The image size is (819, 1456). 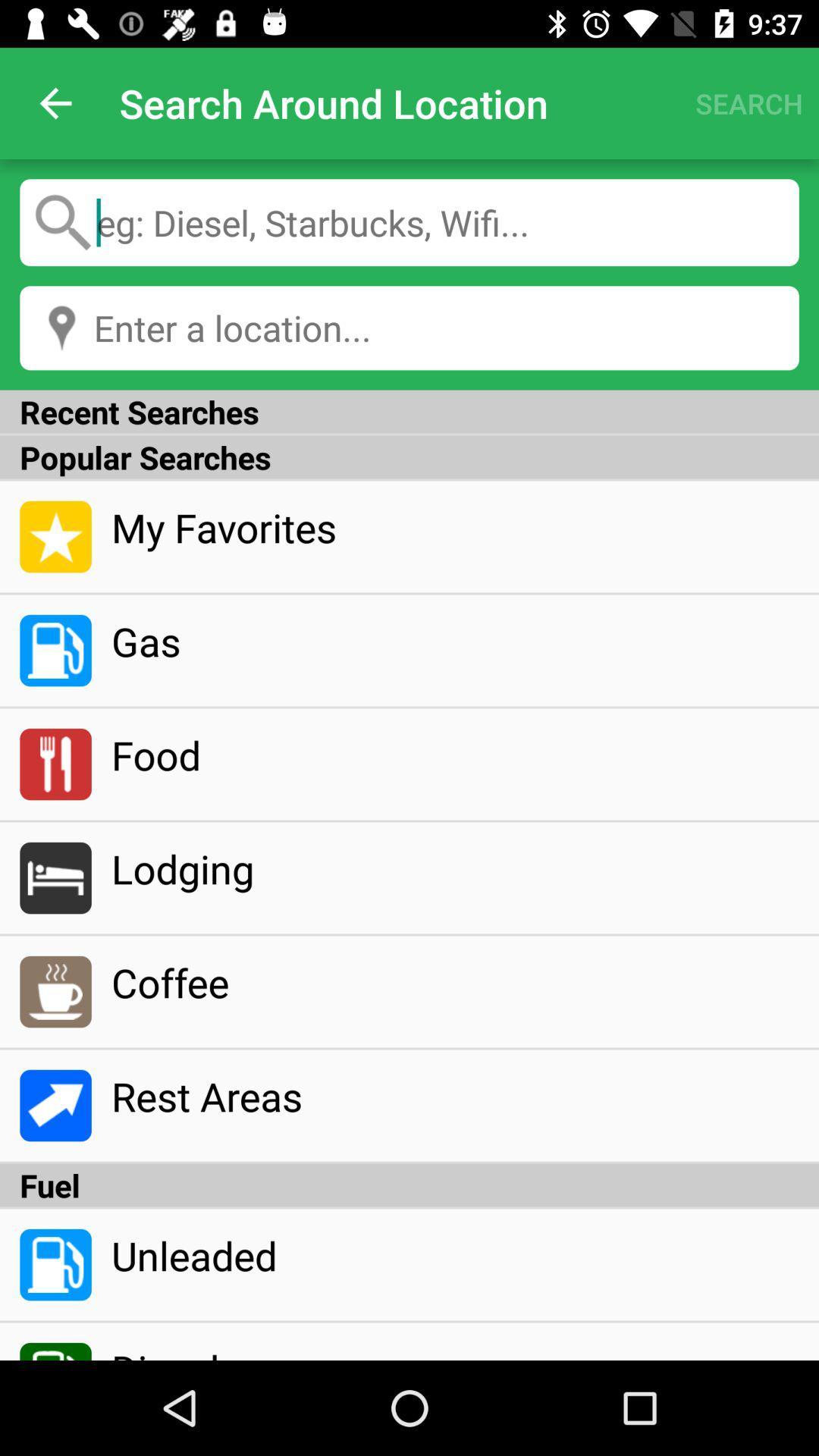 What do you see at coordinates (454, 1351) in the screenshot?
I see `the diesel icon` at bounding box center [454, 1351].